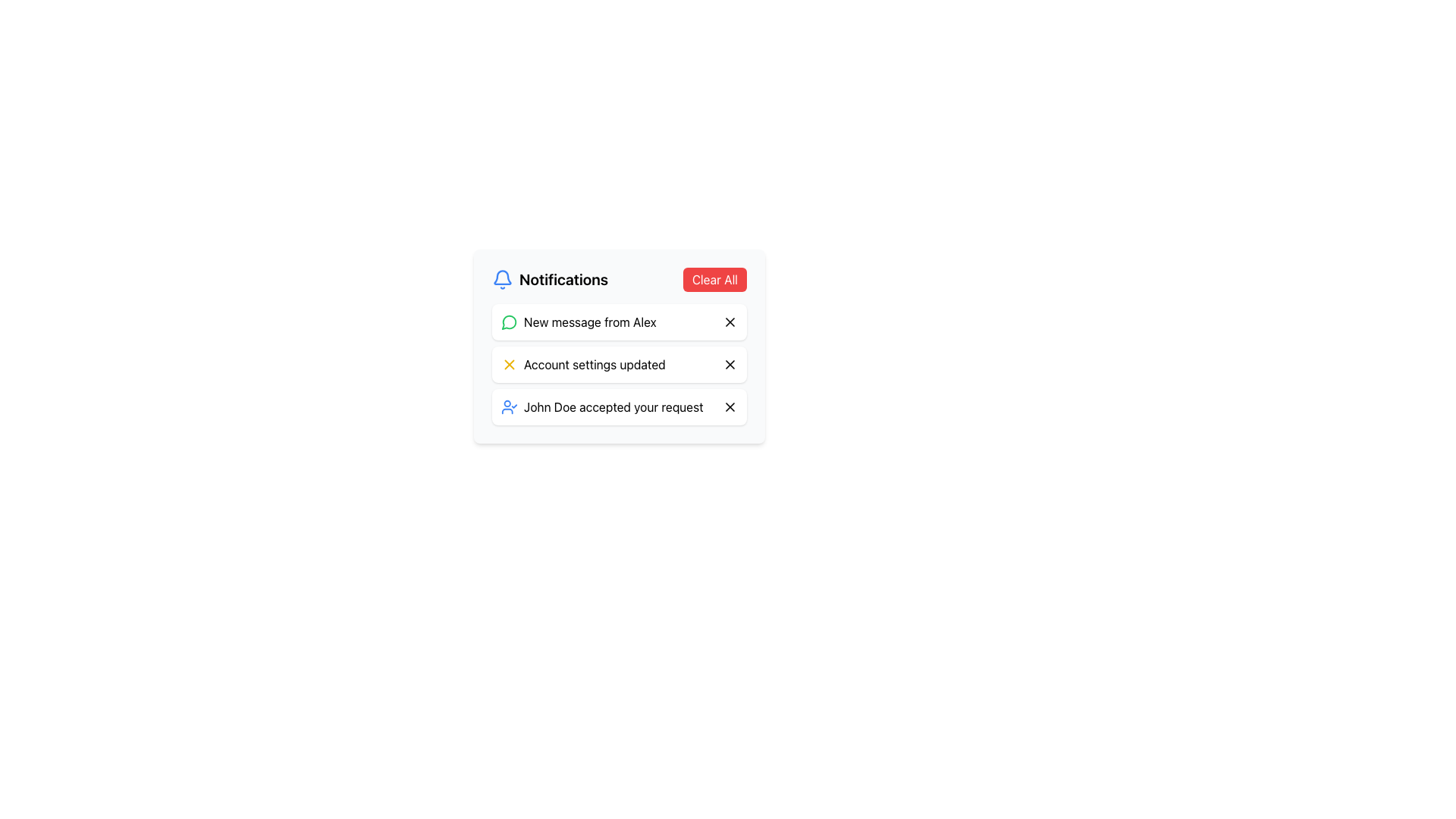  Describe the element at coordinates (563, 280) in the screenshot. I see `the Text Label that serves as the header for the notification panel, positioned centrally between the bell-shaped icon and the 'Clear All' button` at that location.